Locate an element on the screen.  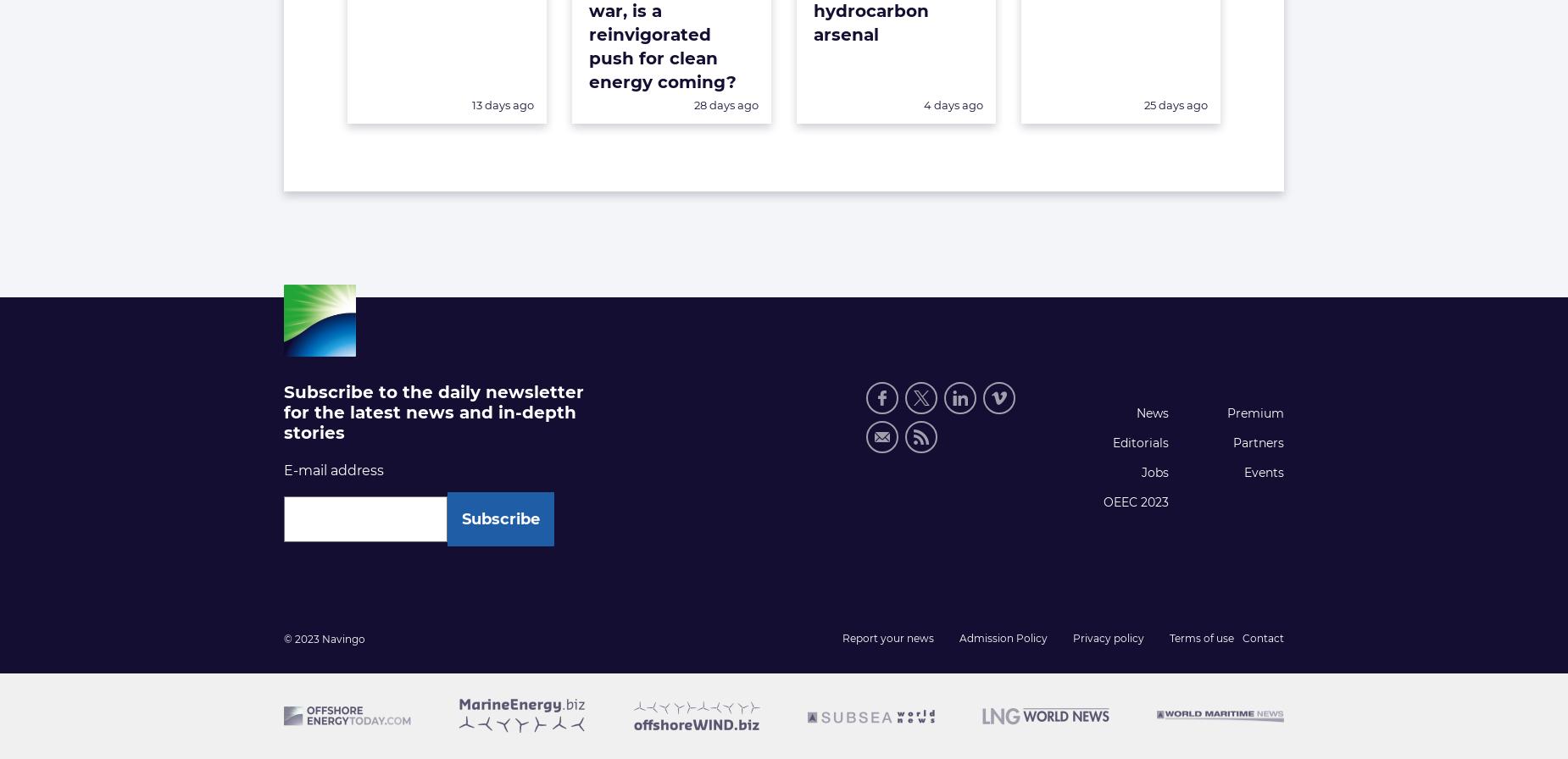
'News' is located at coordinates (1151, 413).